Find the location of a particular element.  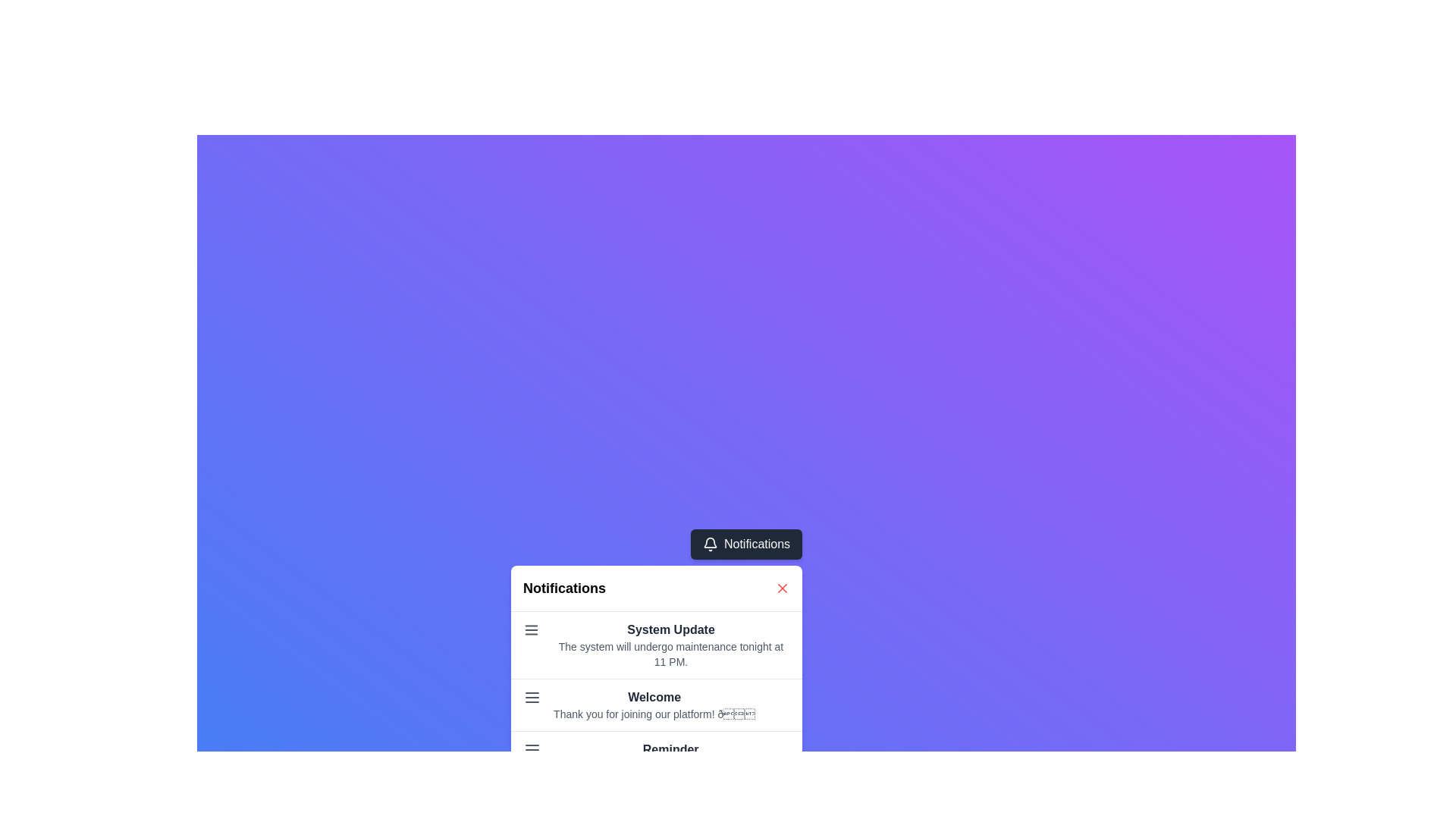

the red 'X' close button located in the top-right corner of the notifications panel header is located at coordinates (783, 587).